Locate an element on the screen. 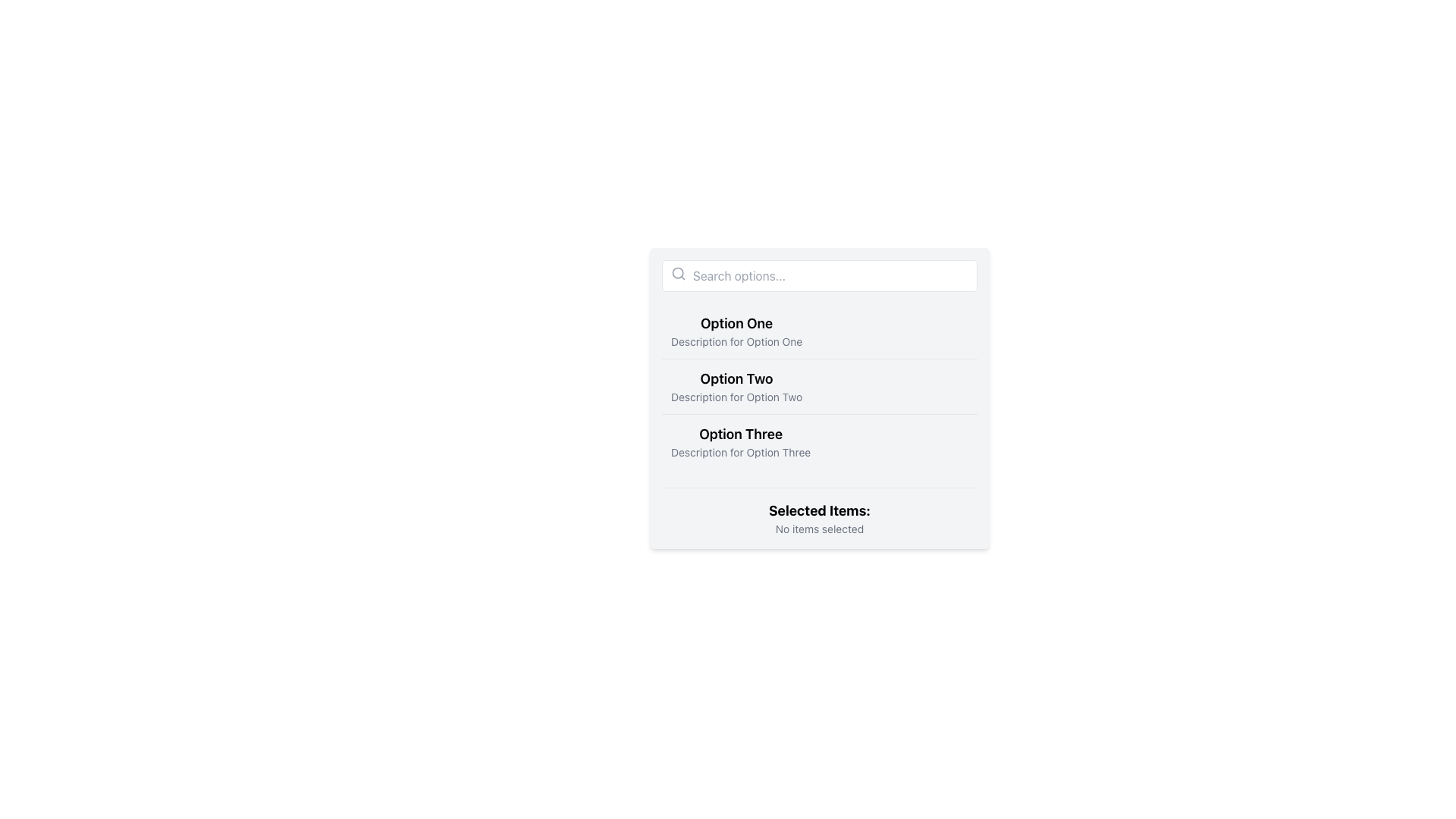 The width and height of the screenshot is (1456, 819). the text label that serves as a title for the selectable list item is located at coordinates (736, 378).